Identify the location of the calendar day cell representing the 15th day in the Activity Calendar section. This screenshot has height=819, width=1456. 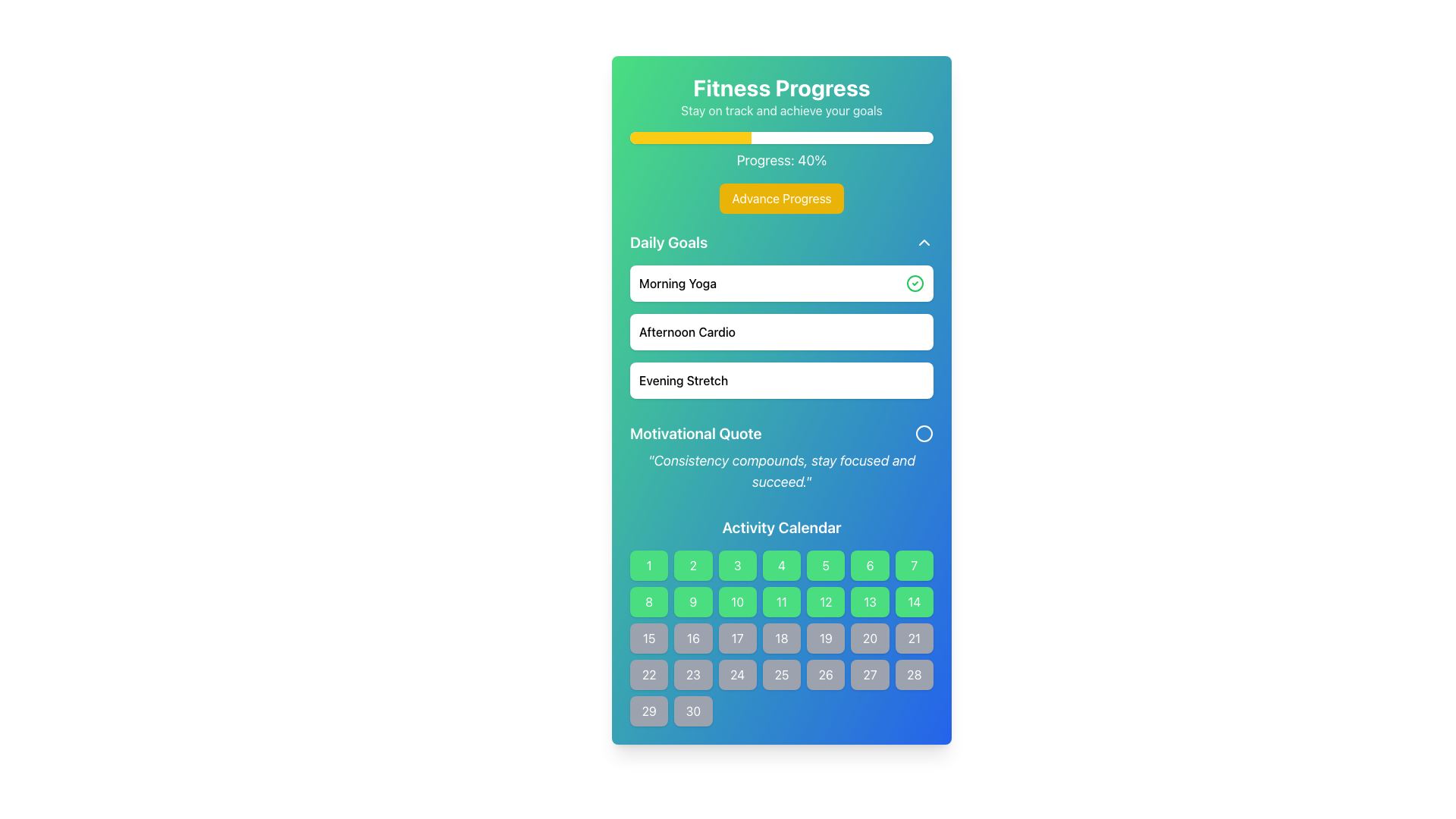
(649, 638).